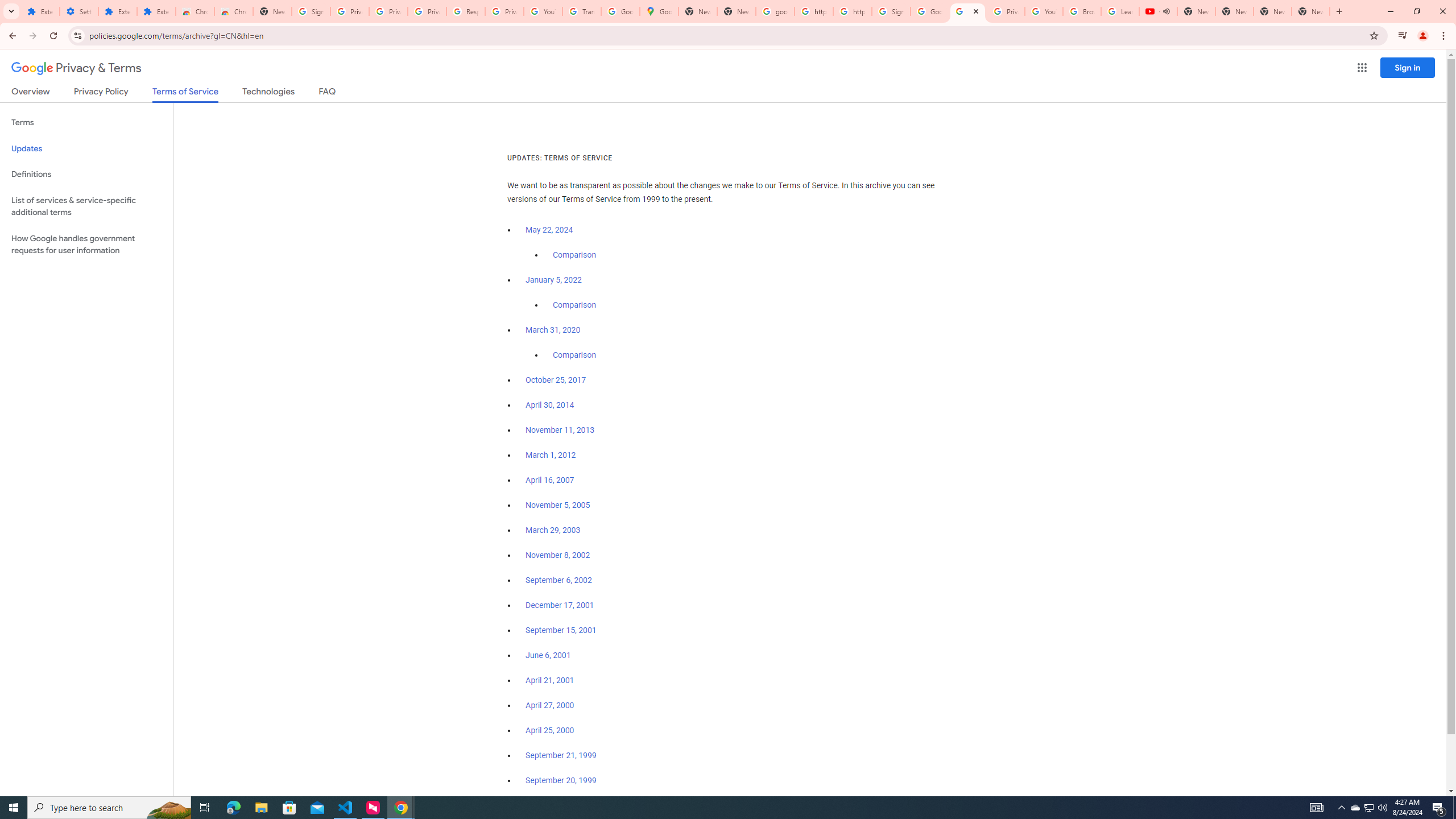  Describe the element at coordinates (552, 330) in the screenshot. I see `'March 31, 2020'` at that location.